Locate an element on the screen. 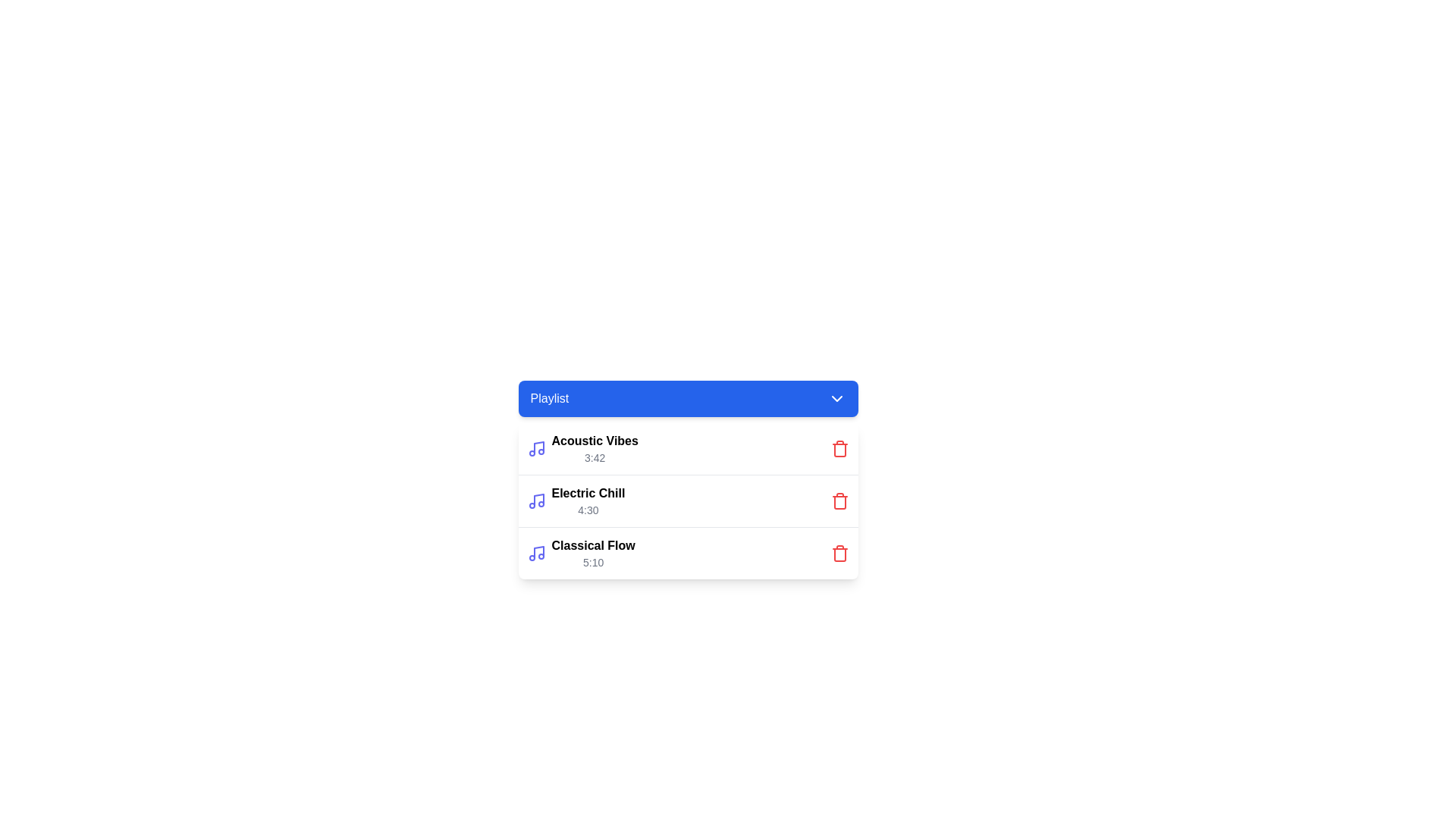 This screenshot has height=819, width=1456. the vibrant indigo music note icon located to the left of the text 'Acoustic Vibes' and the duration '3:42' in the first row of the playlist is located at coordinates (536, 447).